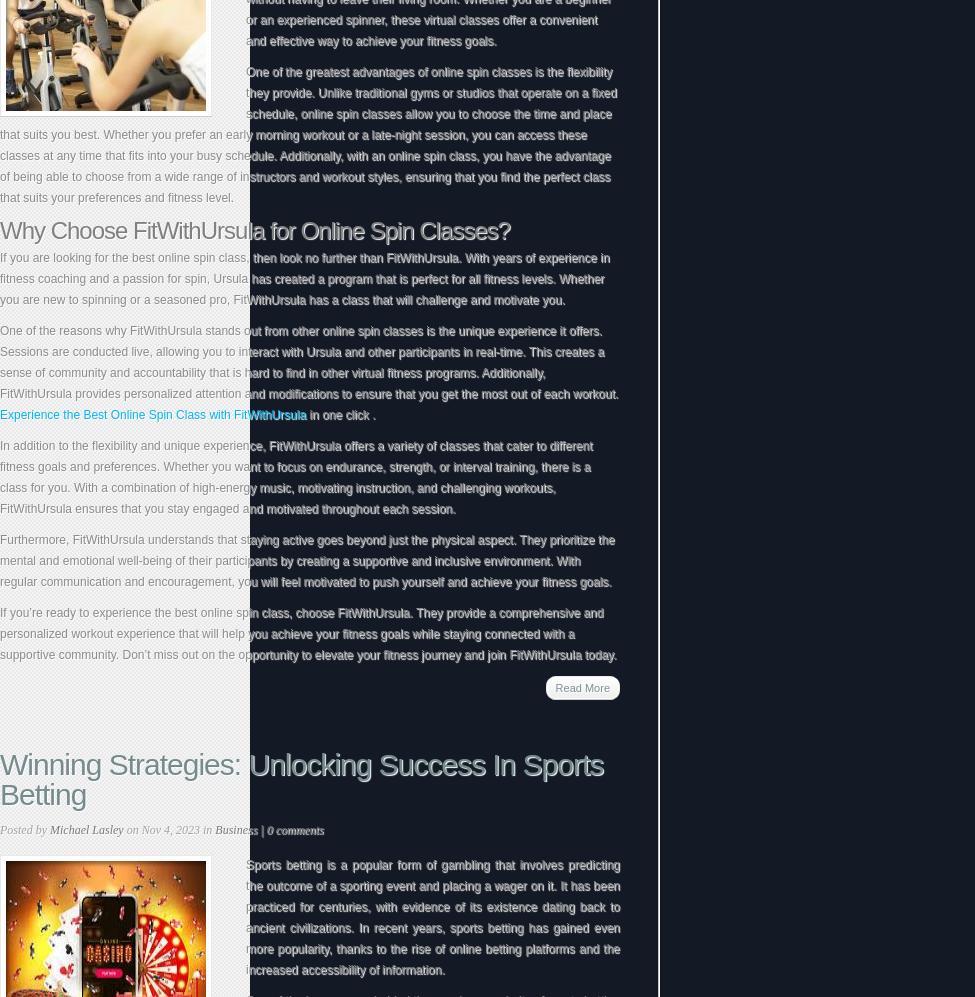 The height and width of the screenshot is (997, 975). I want to click on 'Posted  by', so click(0, 830).